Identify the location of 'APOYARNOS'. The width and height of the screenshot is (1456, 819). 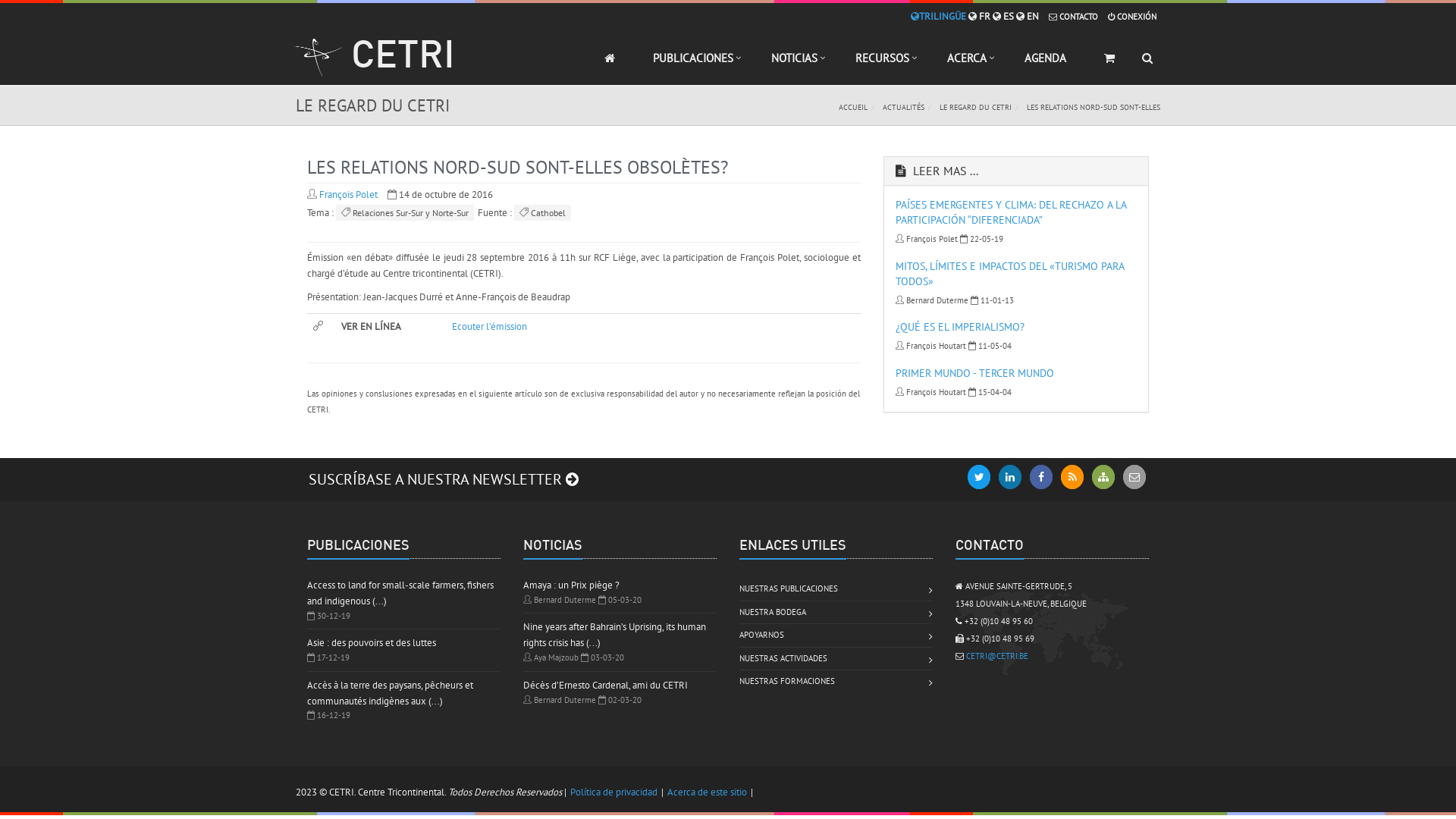
(761, 635).